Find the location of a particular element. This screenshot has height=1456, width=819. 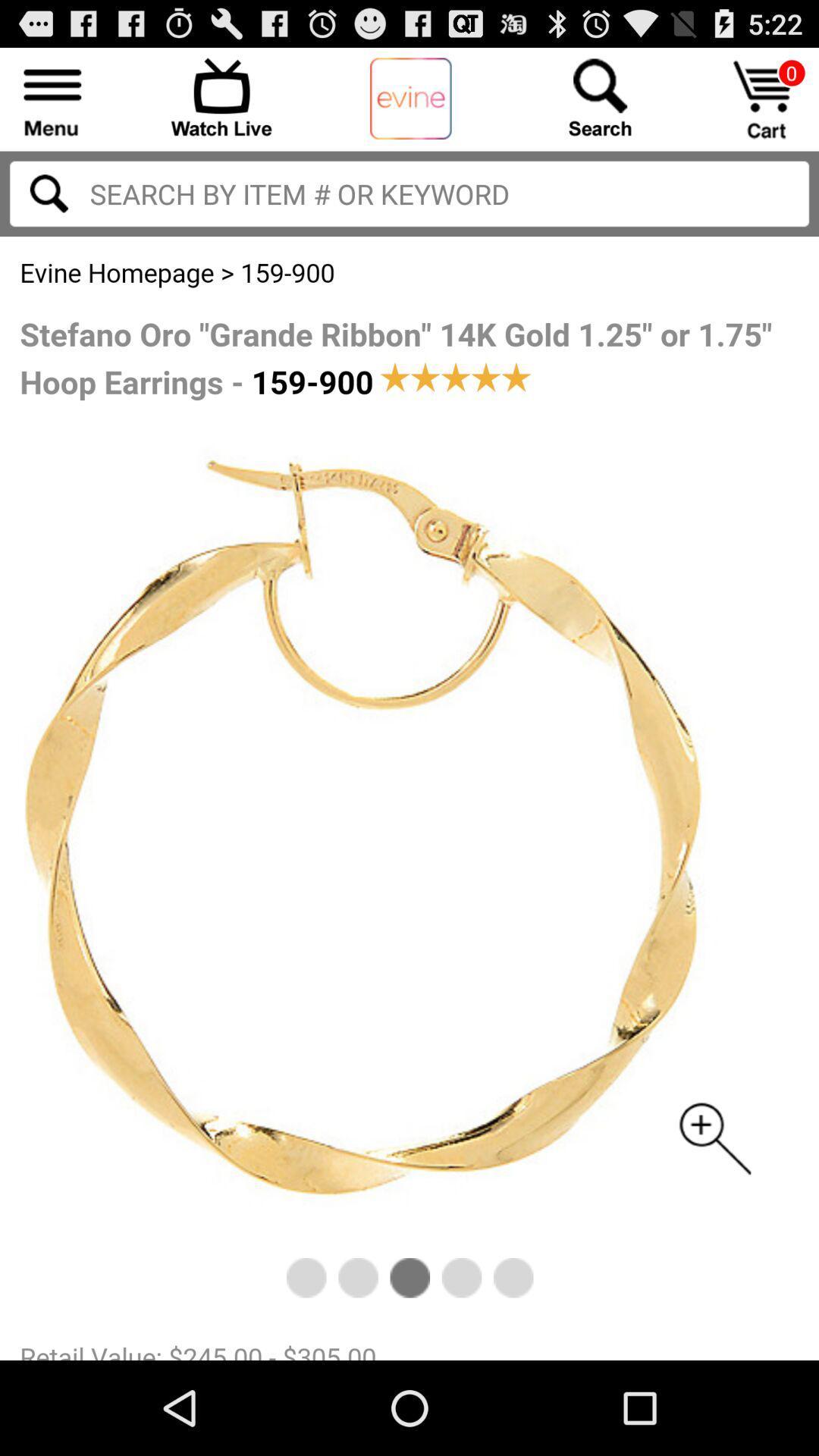

search the input text to right is located at coordinates (48, 193).